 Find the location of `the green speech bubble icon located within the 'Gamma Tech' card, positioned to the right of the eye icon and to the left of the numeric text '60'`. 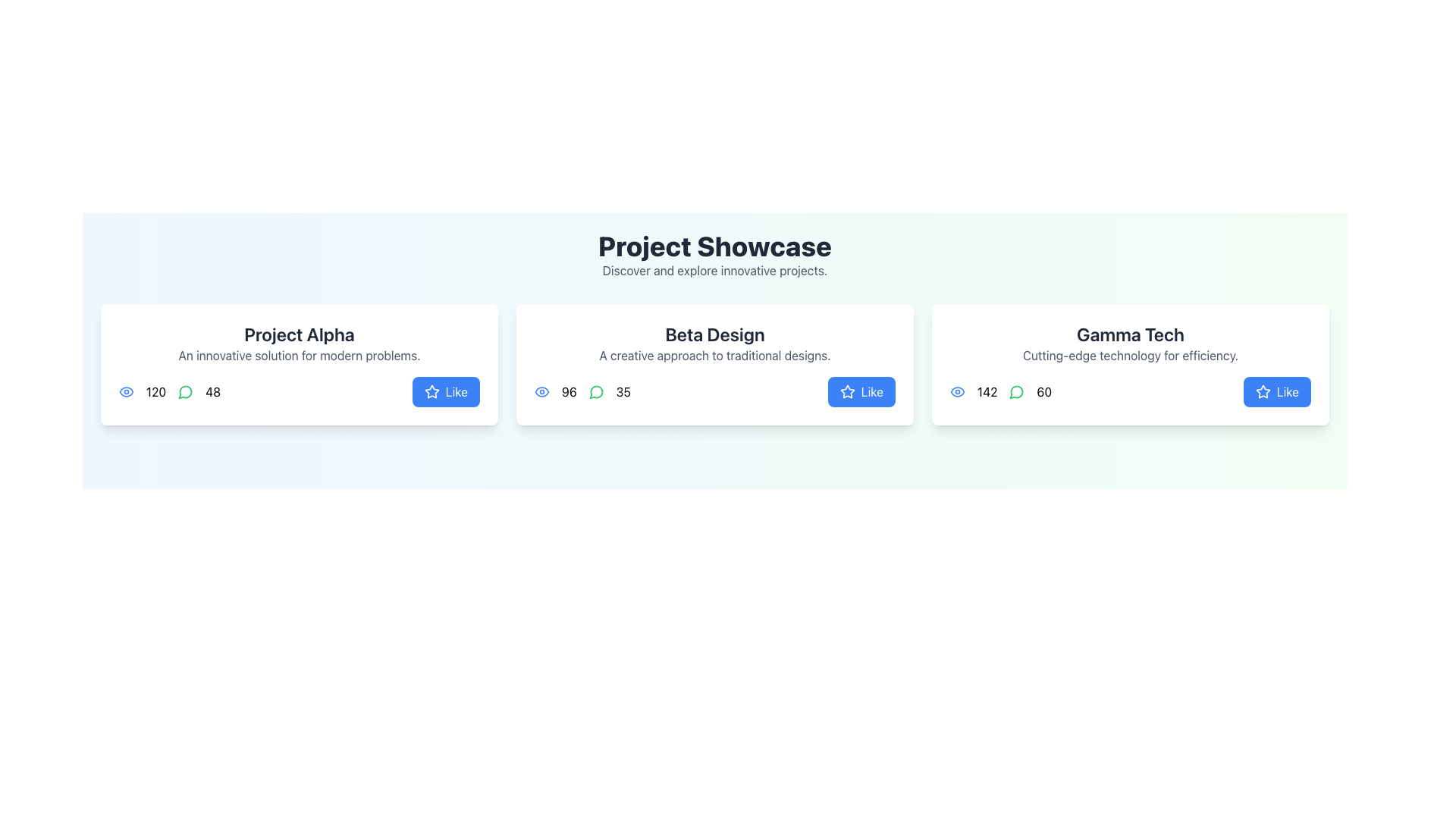

the green speech bubble icon located within the 'Gamma Tech' card, positioned to the right of the eye icon and to the left of the numeric text '60' is located at coordinates (1017, 391).